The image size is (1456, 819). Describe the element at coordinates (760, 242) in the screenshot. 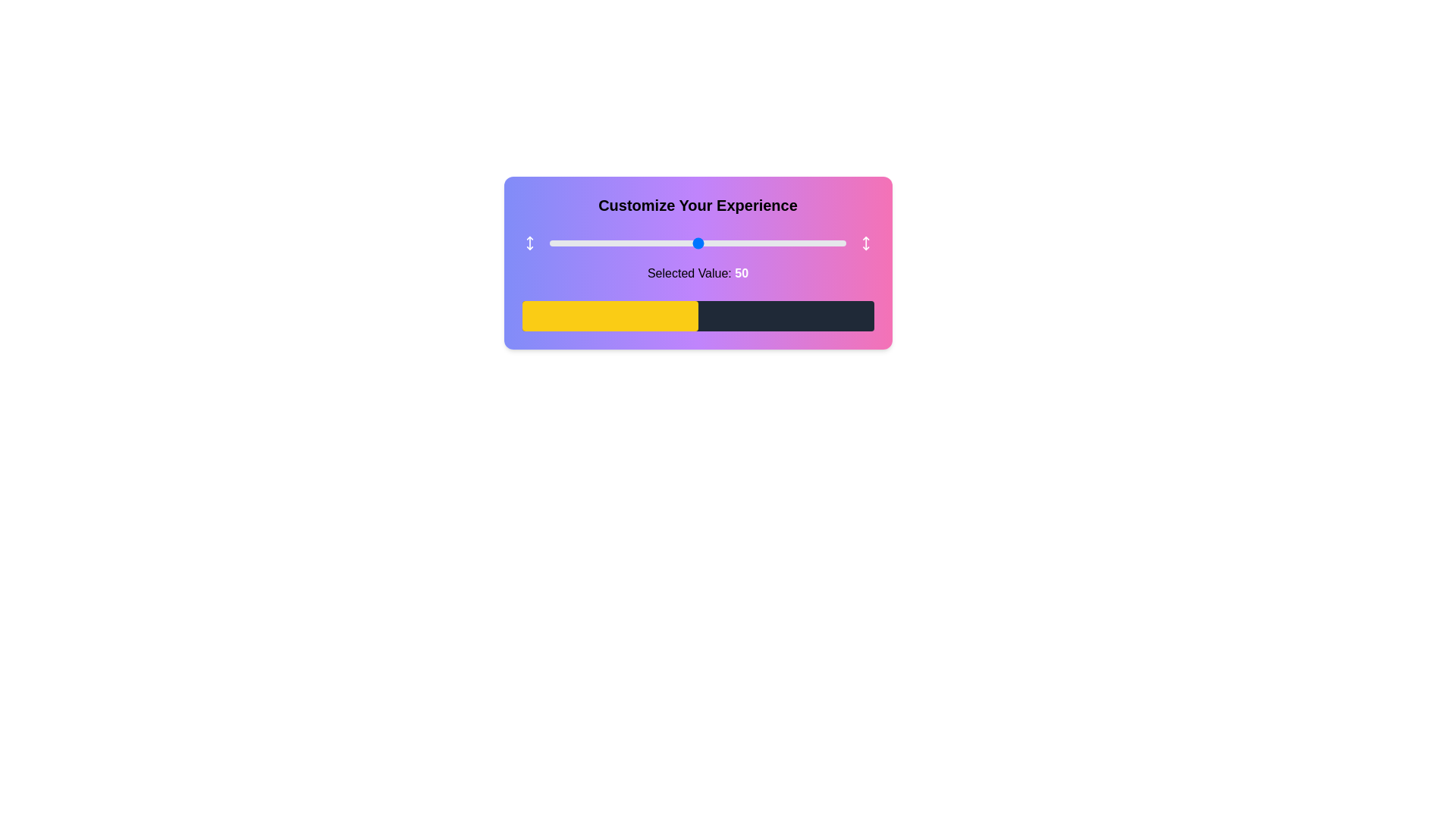

I see `the slider to set its value to 71` at that location.